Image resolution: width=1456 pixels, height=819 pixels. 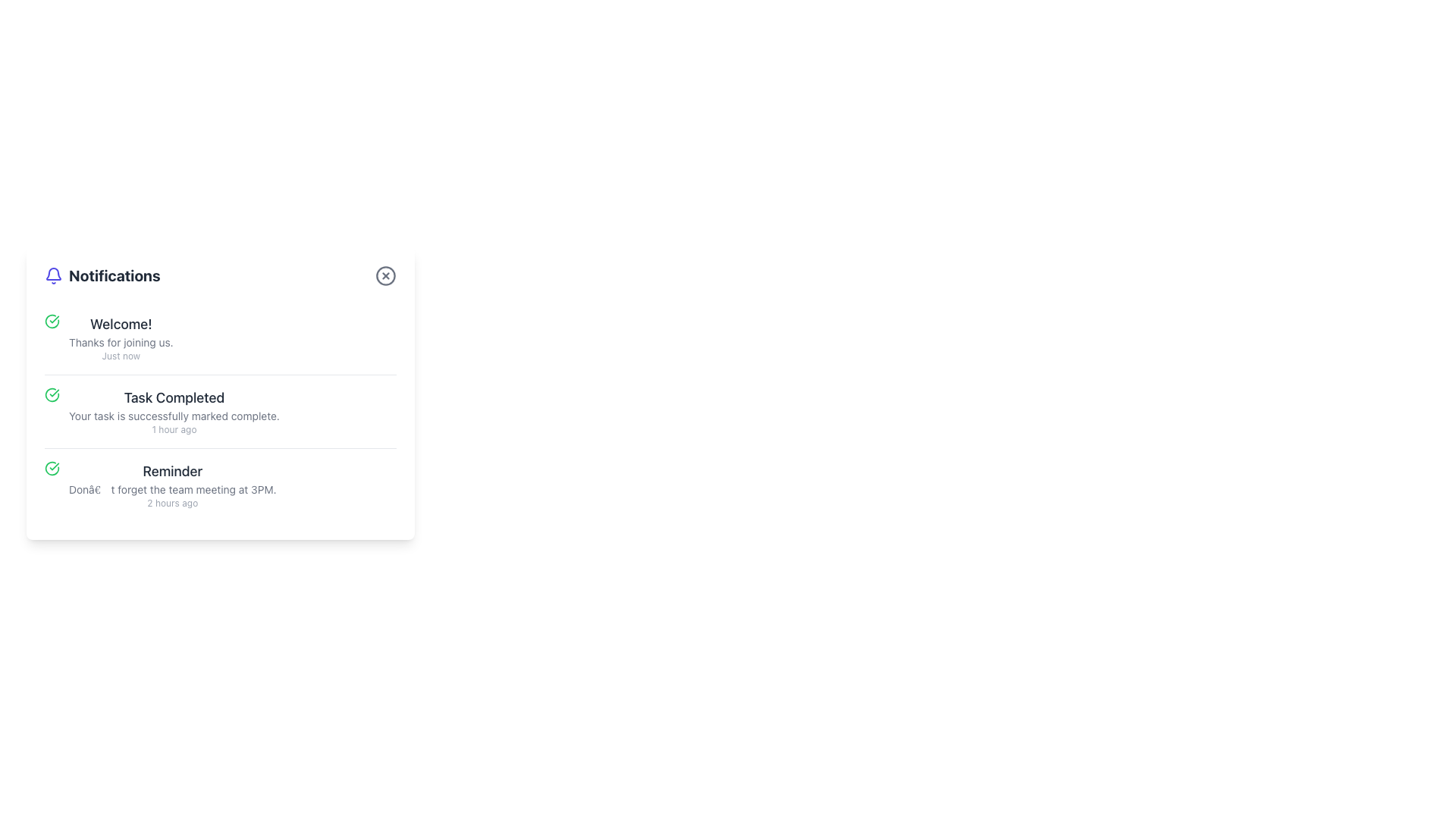 What do you see at coordinates (114, 275) in the screenshot?
I see `the text label 'Notifications', which is styled in bold with a large font and dark coloring, located at the top left of the notification panel next to a bell icon` at bounding box center [114, 275].